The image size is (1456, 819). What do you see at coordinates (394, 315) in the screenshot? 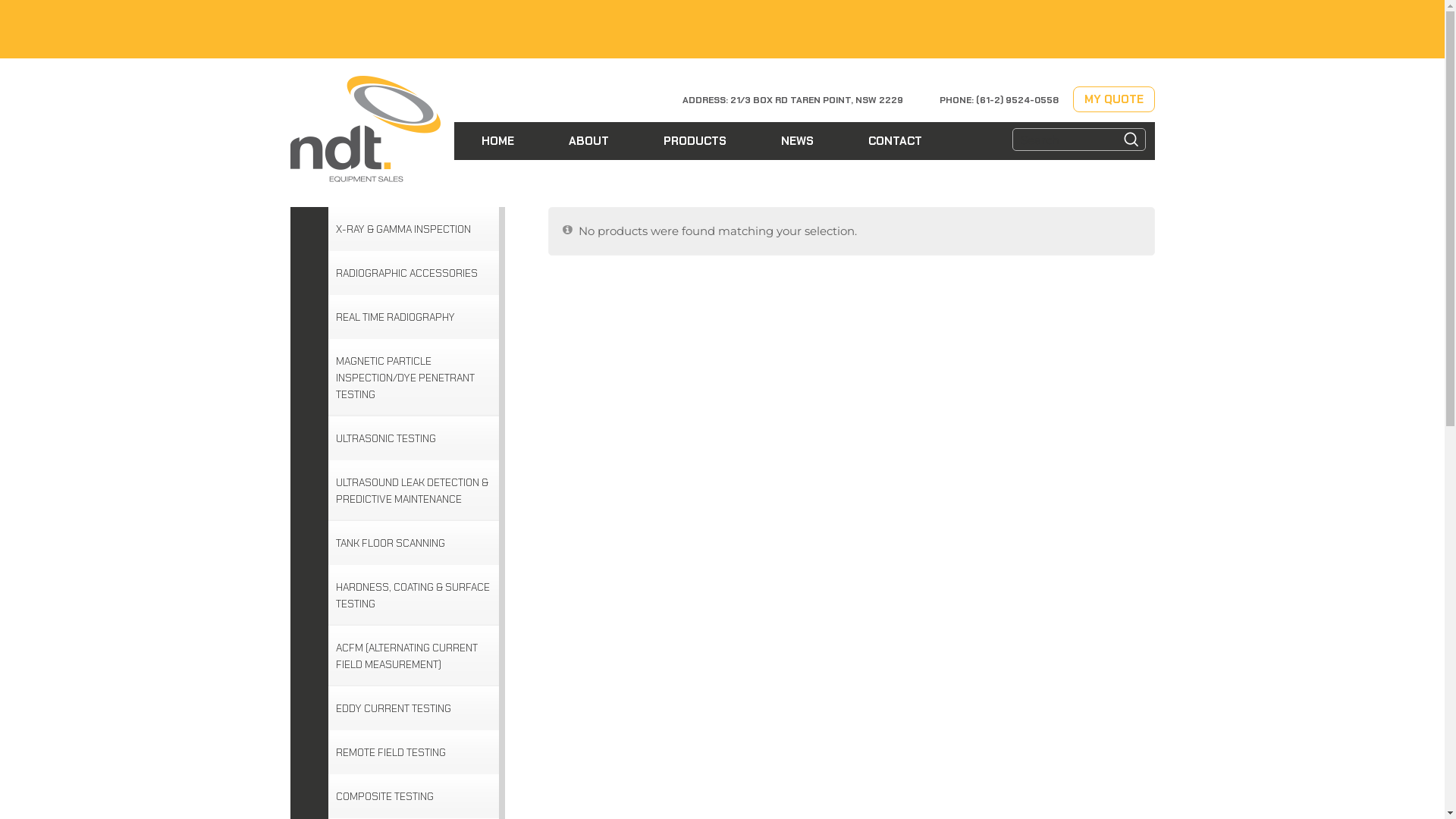
I see `'REAL TIME RADIOGRAPHY'` at bounding box center [394, 315].